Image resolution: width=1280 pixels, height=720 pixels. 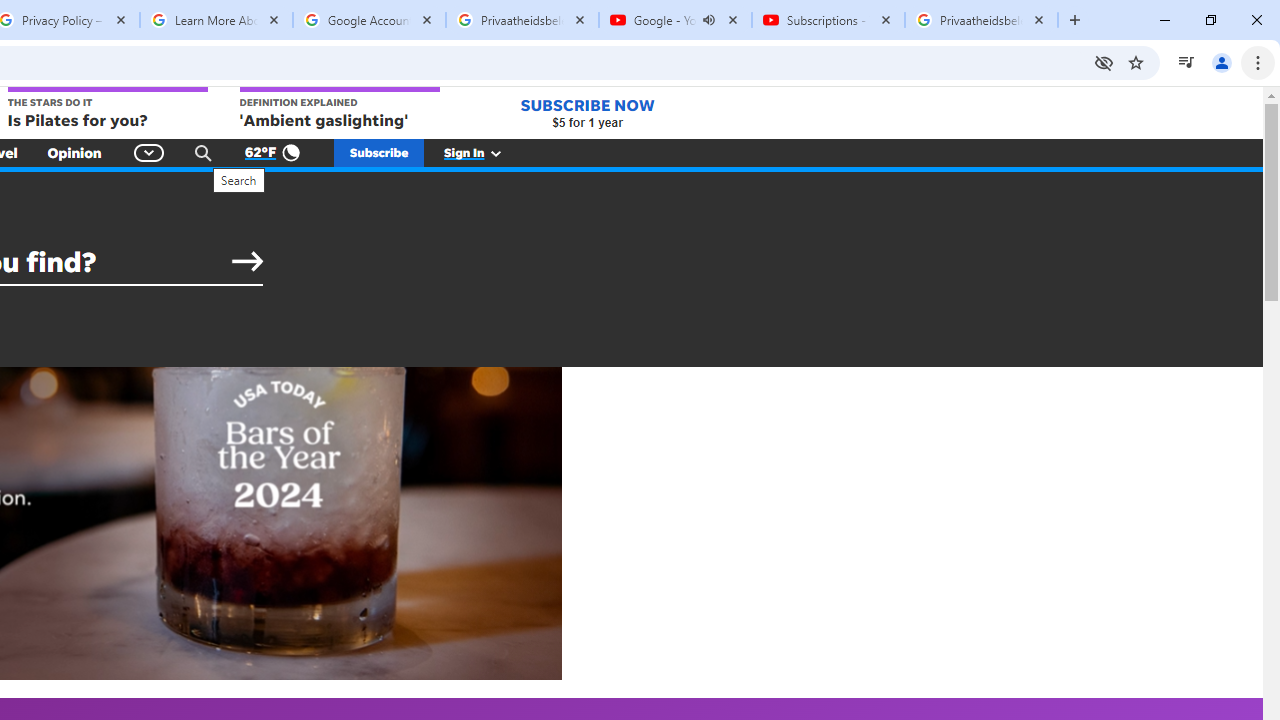 What do you see at coordinates (483, 152) in the screenshot?
I see `'Sign In'` at bounding box center [483, 152].